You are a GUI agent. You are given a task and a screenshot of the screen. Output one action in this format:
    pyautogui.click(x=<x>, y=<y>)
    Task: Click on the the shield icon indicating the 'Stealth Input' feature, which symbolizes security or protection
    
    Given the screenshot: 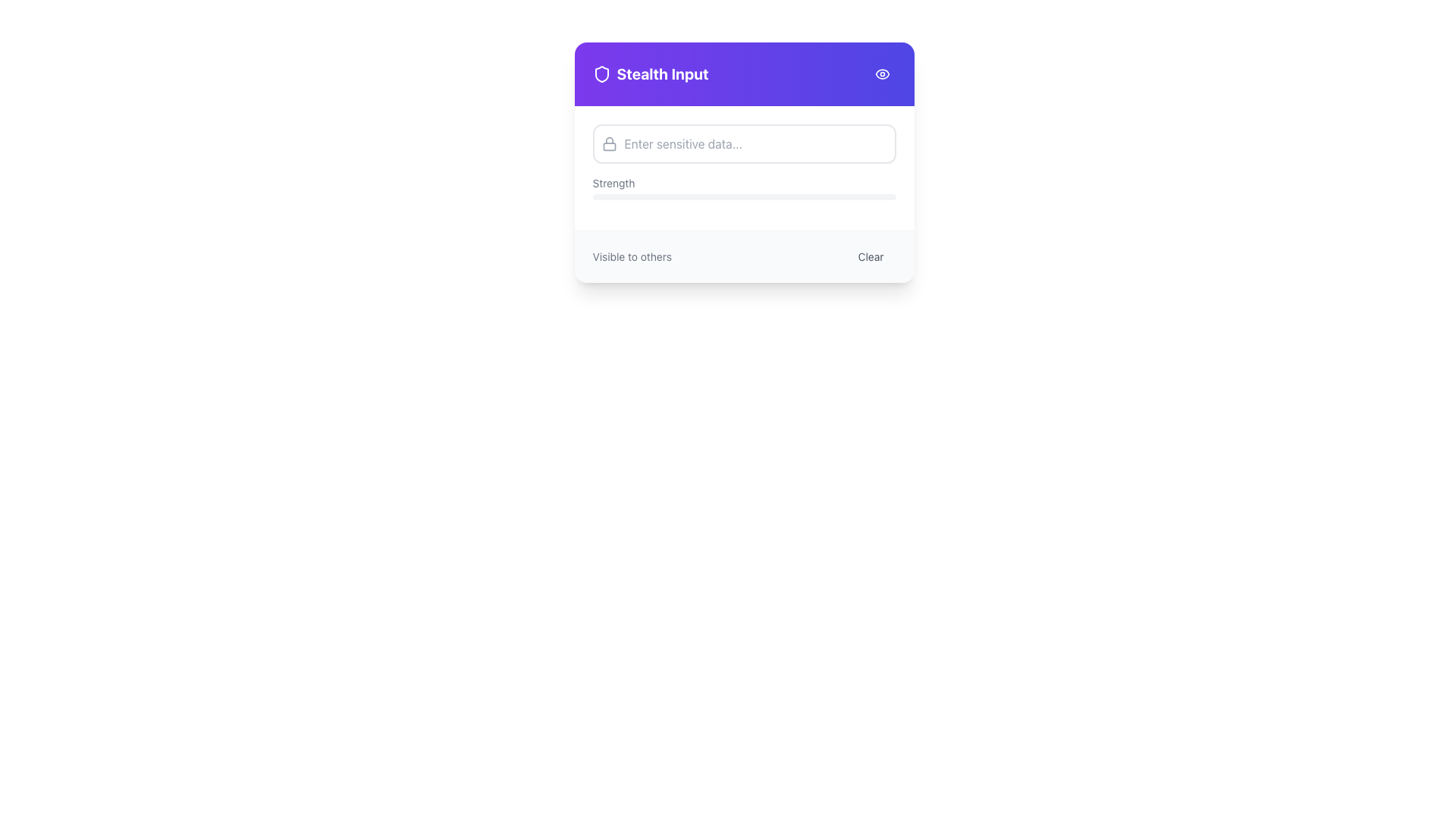 What is the action you would take?
    pyautogui.click(x=601, y=74)
    